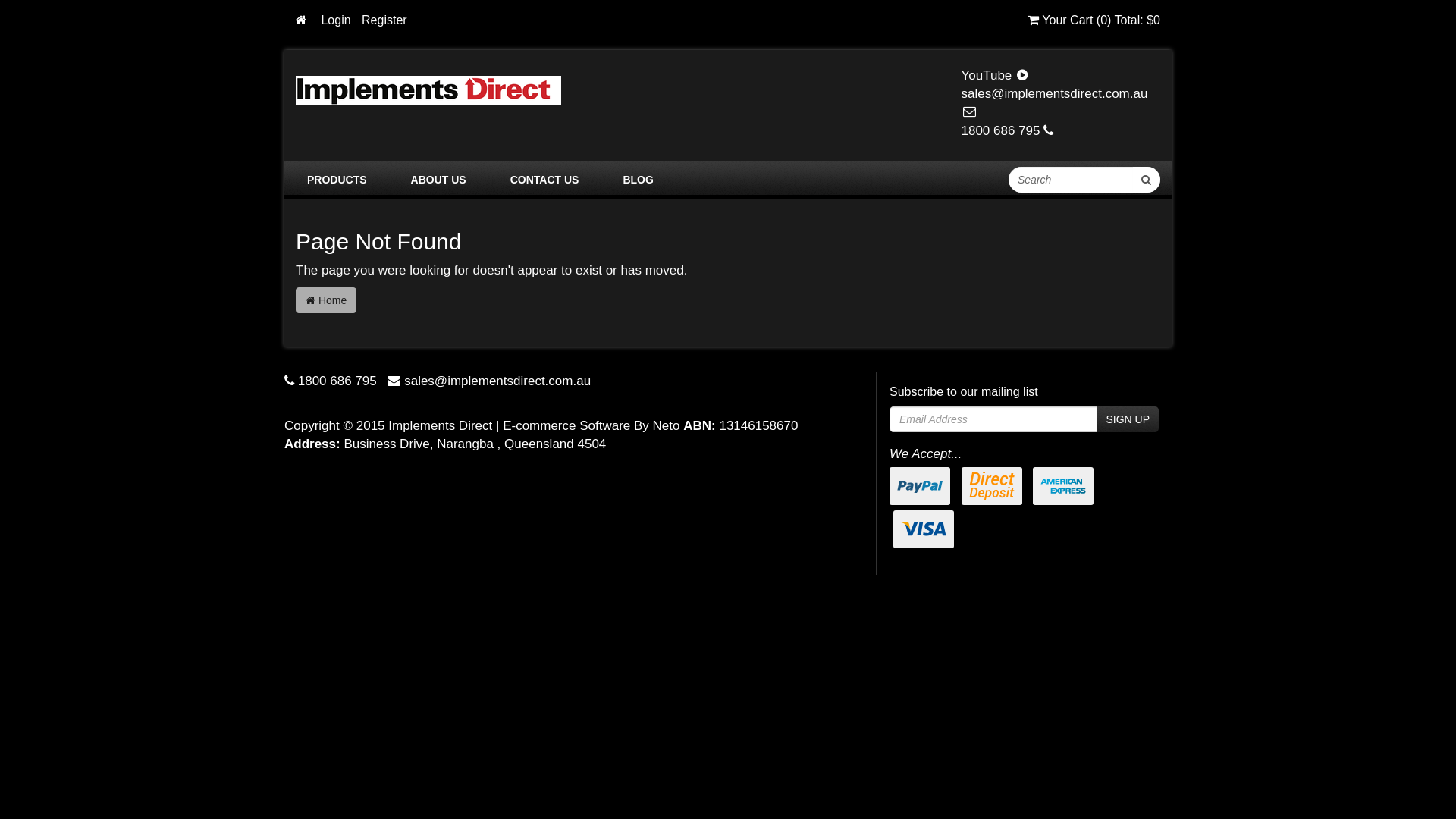 This screenshot has width=1456, height=819. What do you see at coordinates (384, 20) in the screenshot?
I see `'Register'` at bounding box center [384, 20].